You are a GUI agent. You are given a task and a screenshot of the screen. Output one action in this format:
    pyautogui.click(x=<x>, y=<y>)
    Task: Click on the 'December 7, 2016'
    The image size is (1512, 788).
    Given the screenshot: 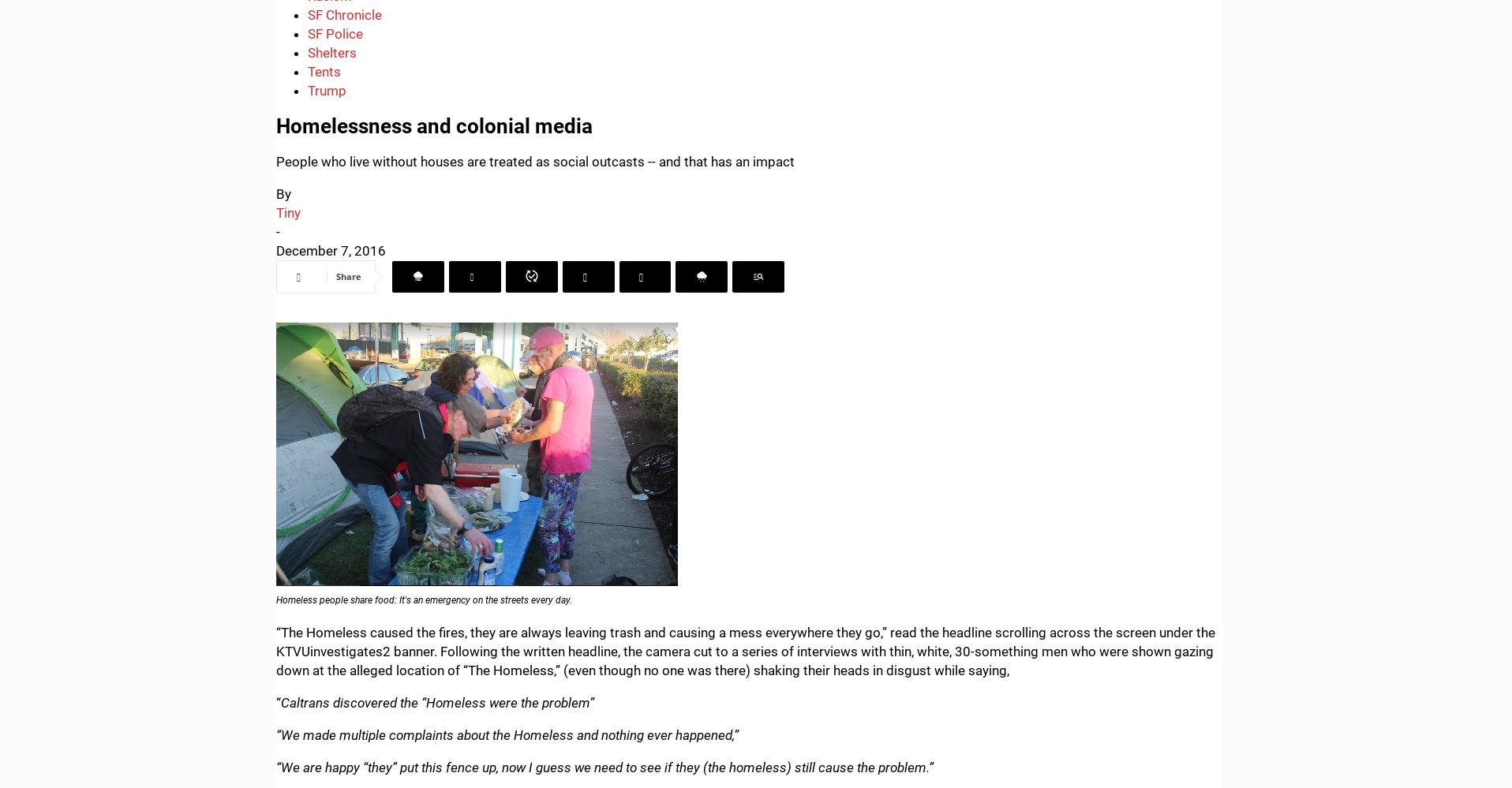 What is the action you would take?
    pyautogui.click(x=331, y=249)
    